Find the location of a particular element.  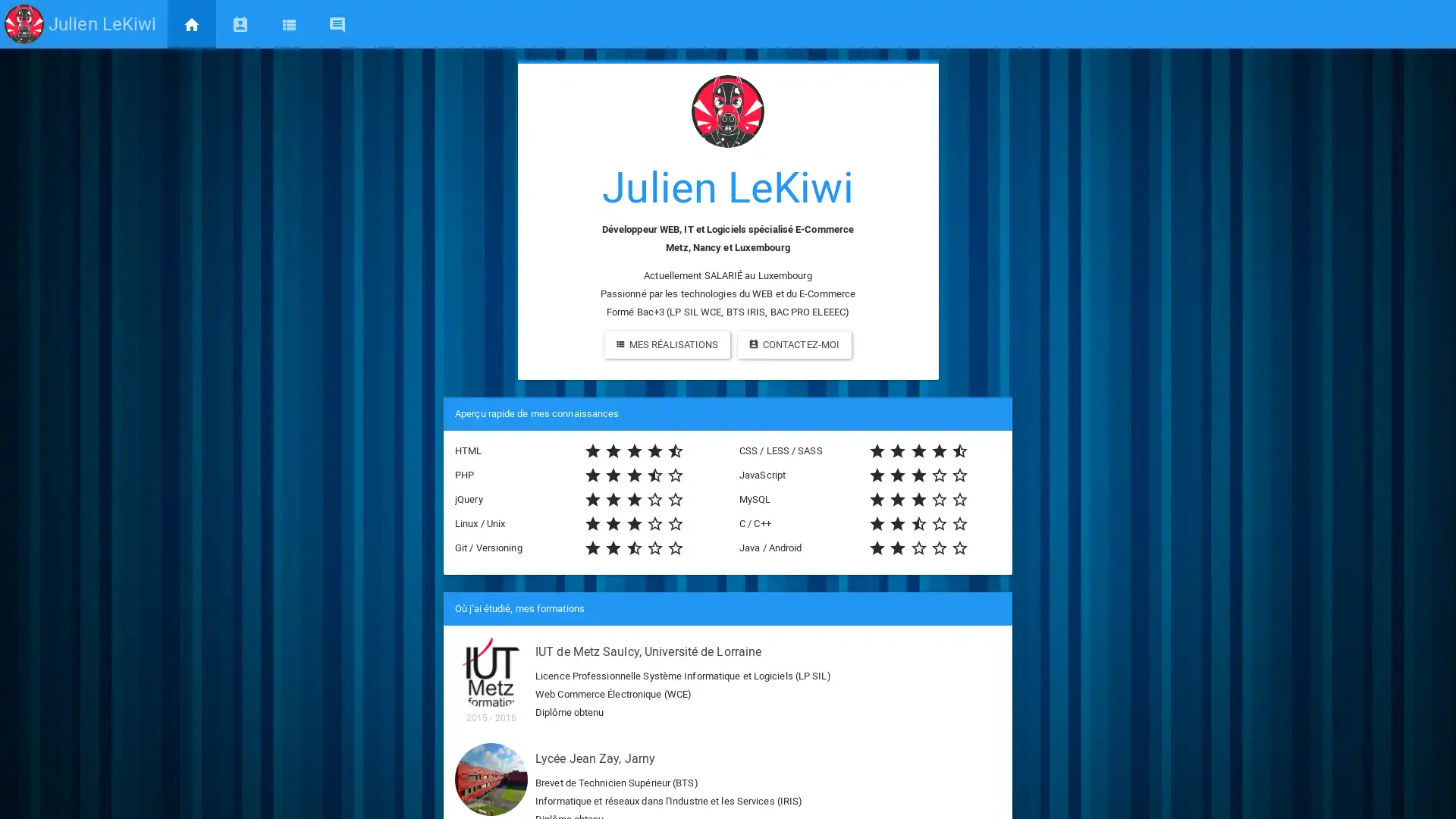

MES REALISATIONS (PORTFOLIO) is located at coordinates (667, 345).